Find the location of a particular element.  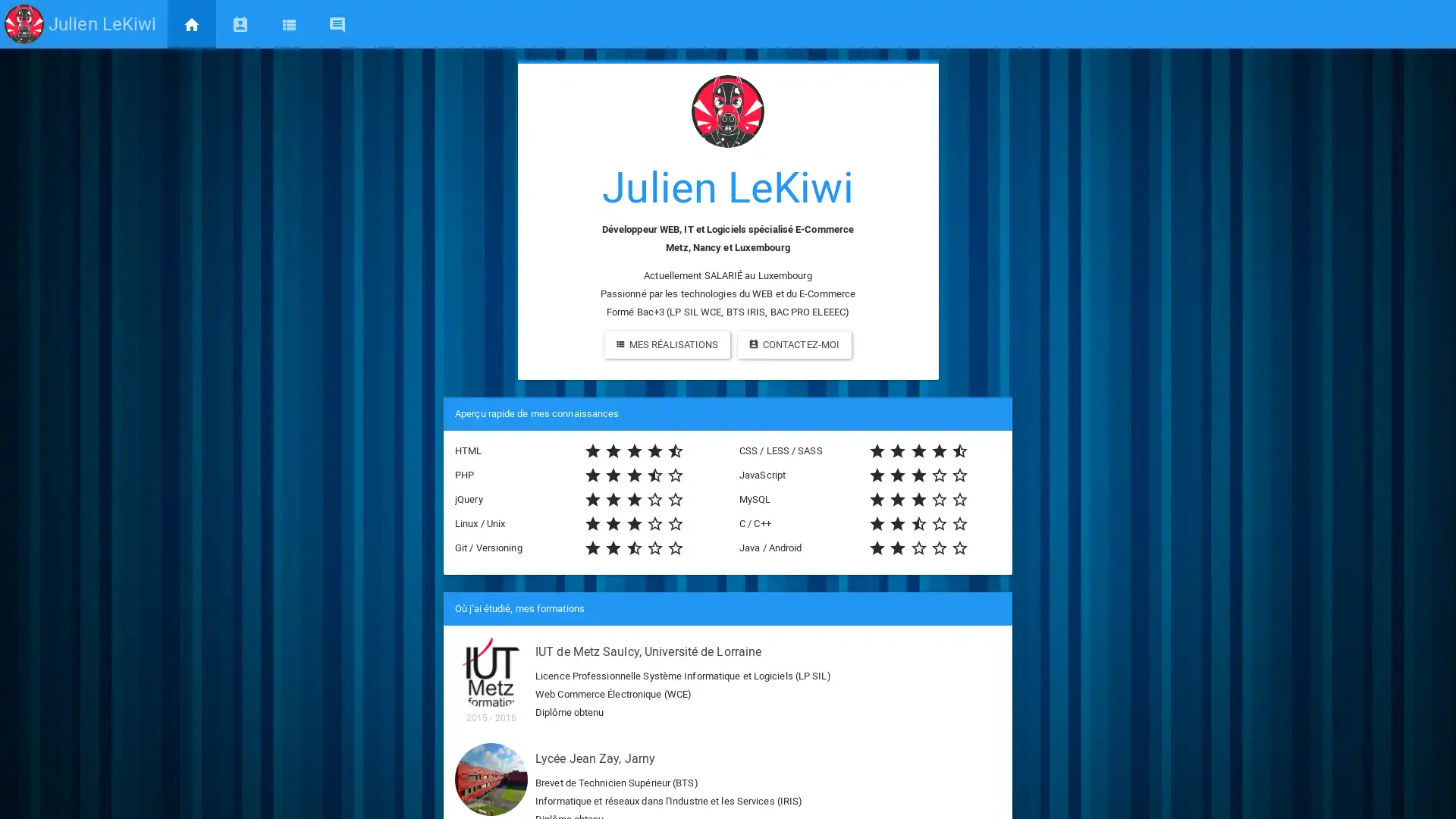

MES REALISATIONS (PORTFOLIO) is located at coordinates (667, 345).